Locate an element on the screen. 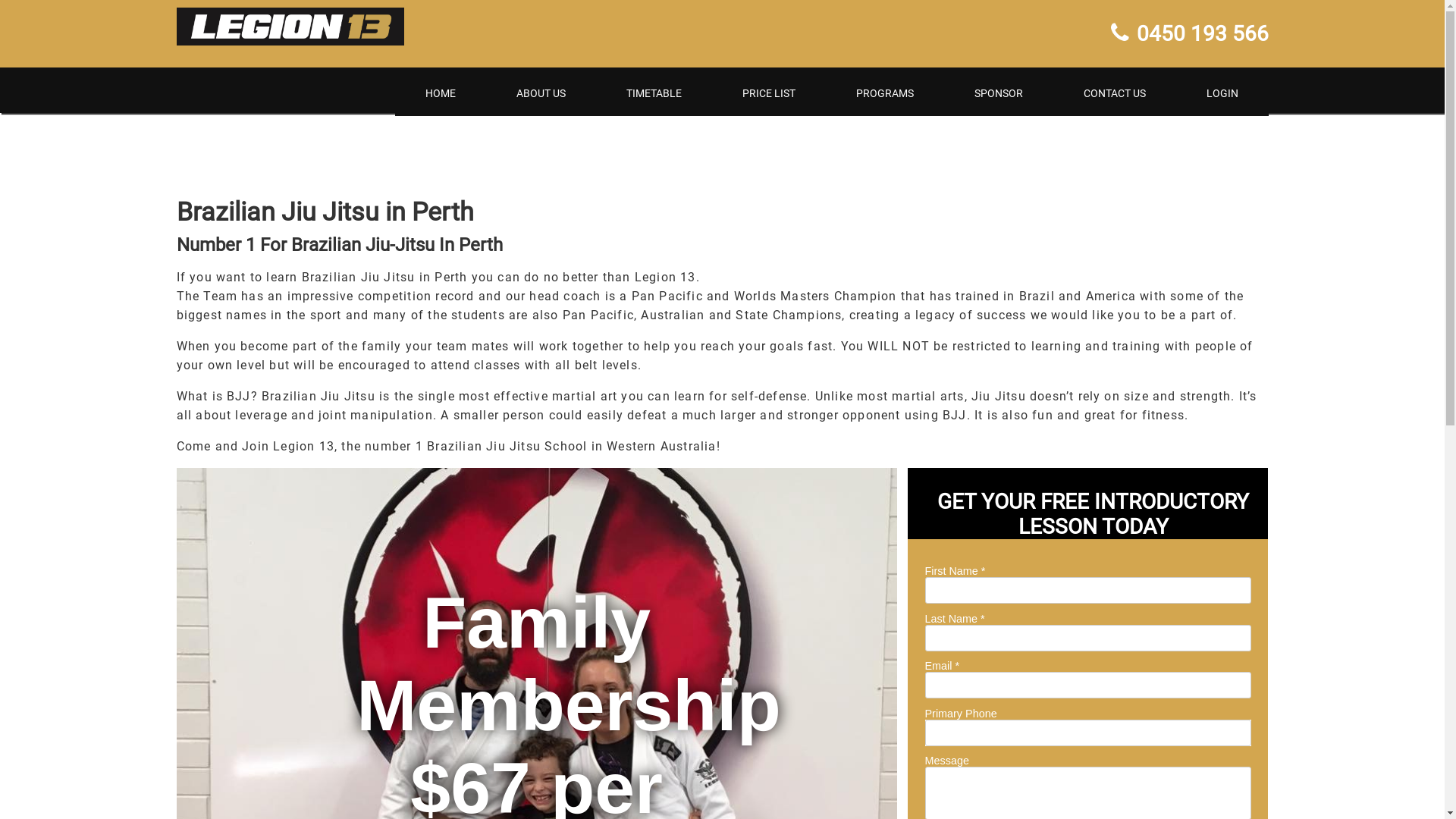 This screenshot has height=819, width=1456. 'HOME' is located at coordinates (439, 93).